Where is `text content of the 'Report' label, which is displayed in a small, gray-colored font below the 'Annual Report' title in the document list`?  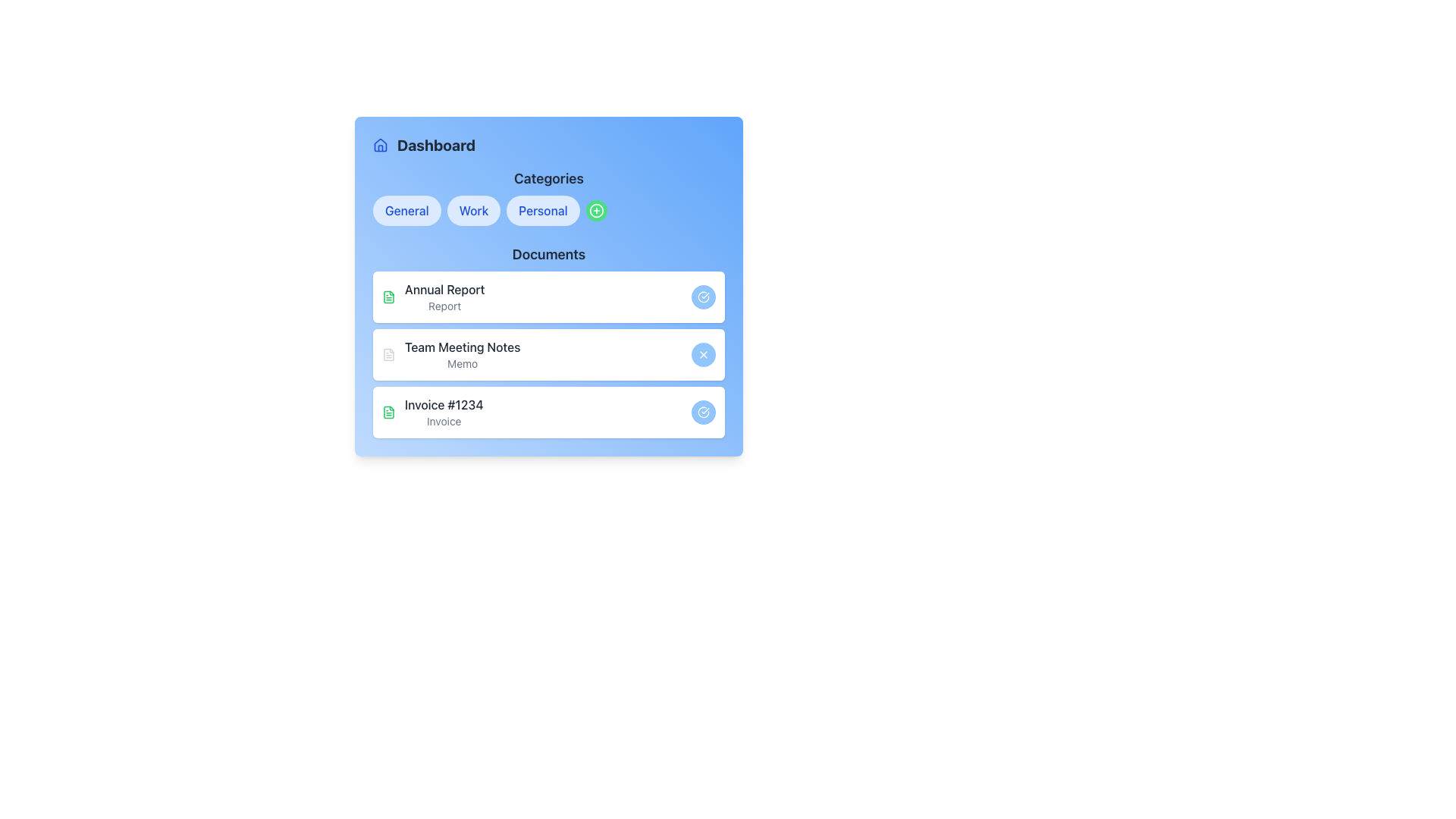
text content of the 'Report' label, which is displayed in a small, gray-colored font below the 'Annual Report' title in the document list is located at coordinates (444, 306).